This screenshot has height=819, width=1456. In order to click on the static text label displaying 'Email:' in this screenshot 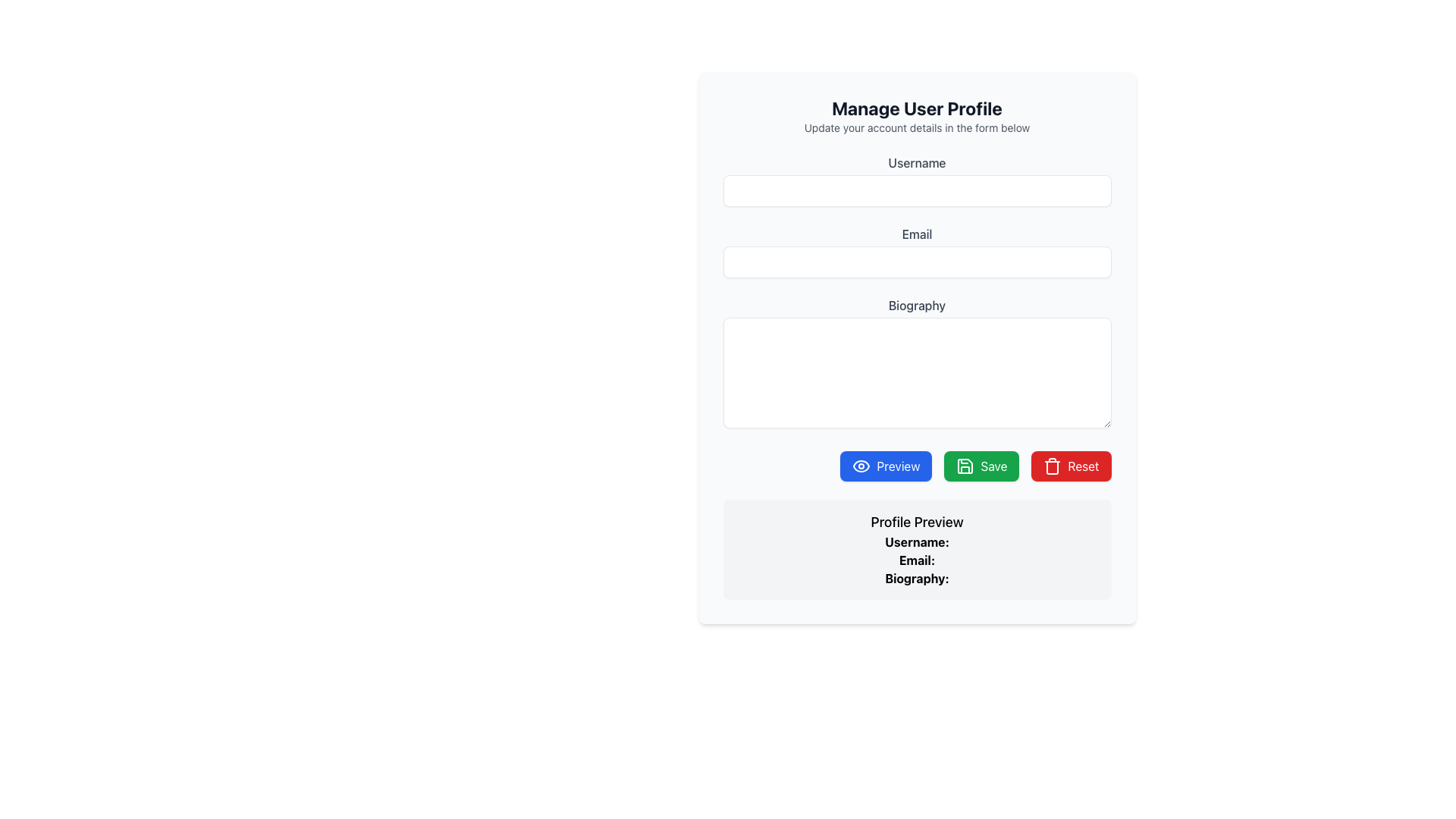, I will do `click(916, 560)`.